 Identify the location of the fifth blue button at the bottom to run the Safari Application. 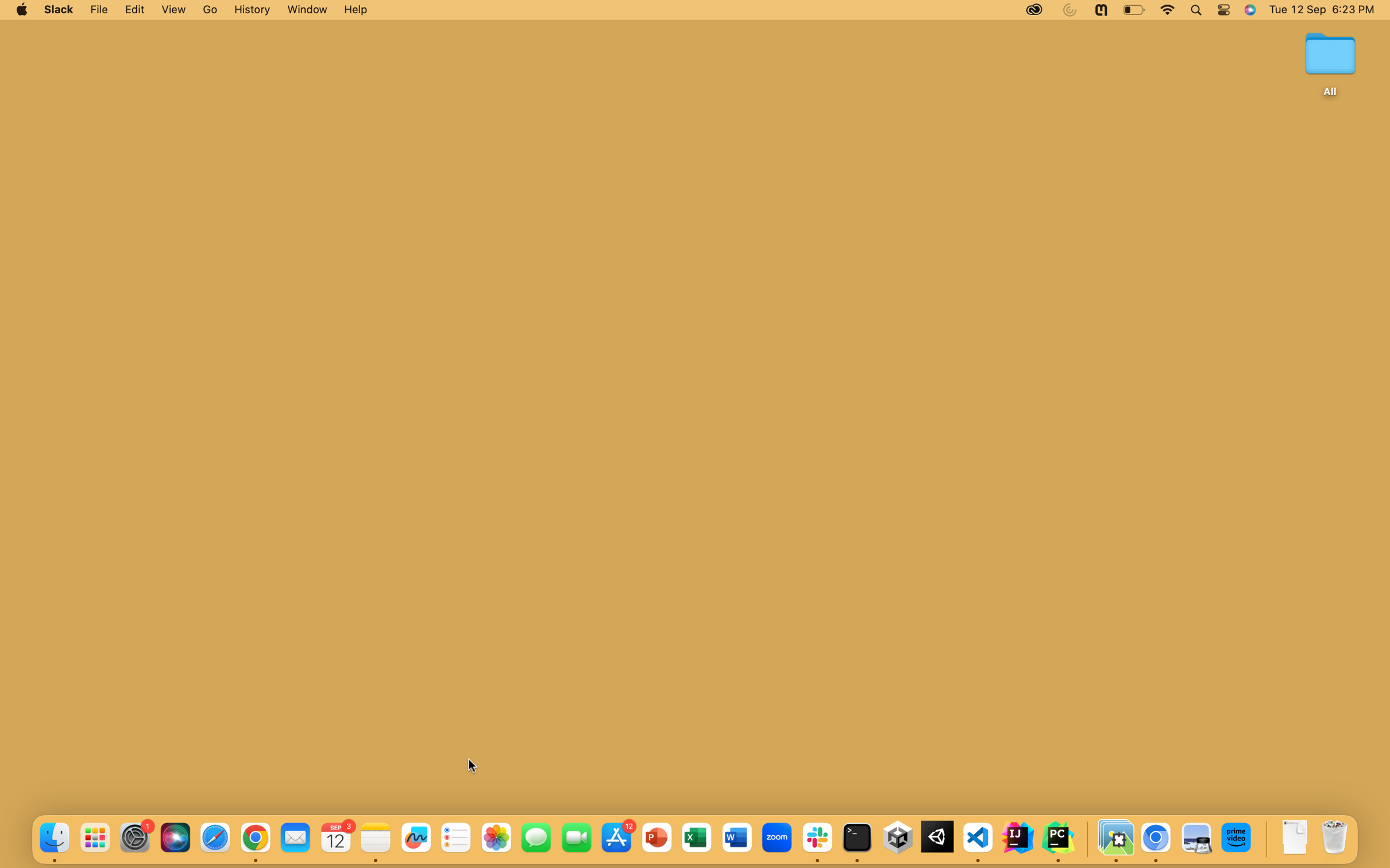
(215, 838).